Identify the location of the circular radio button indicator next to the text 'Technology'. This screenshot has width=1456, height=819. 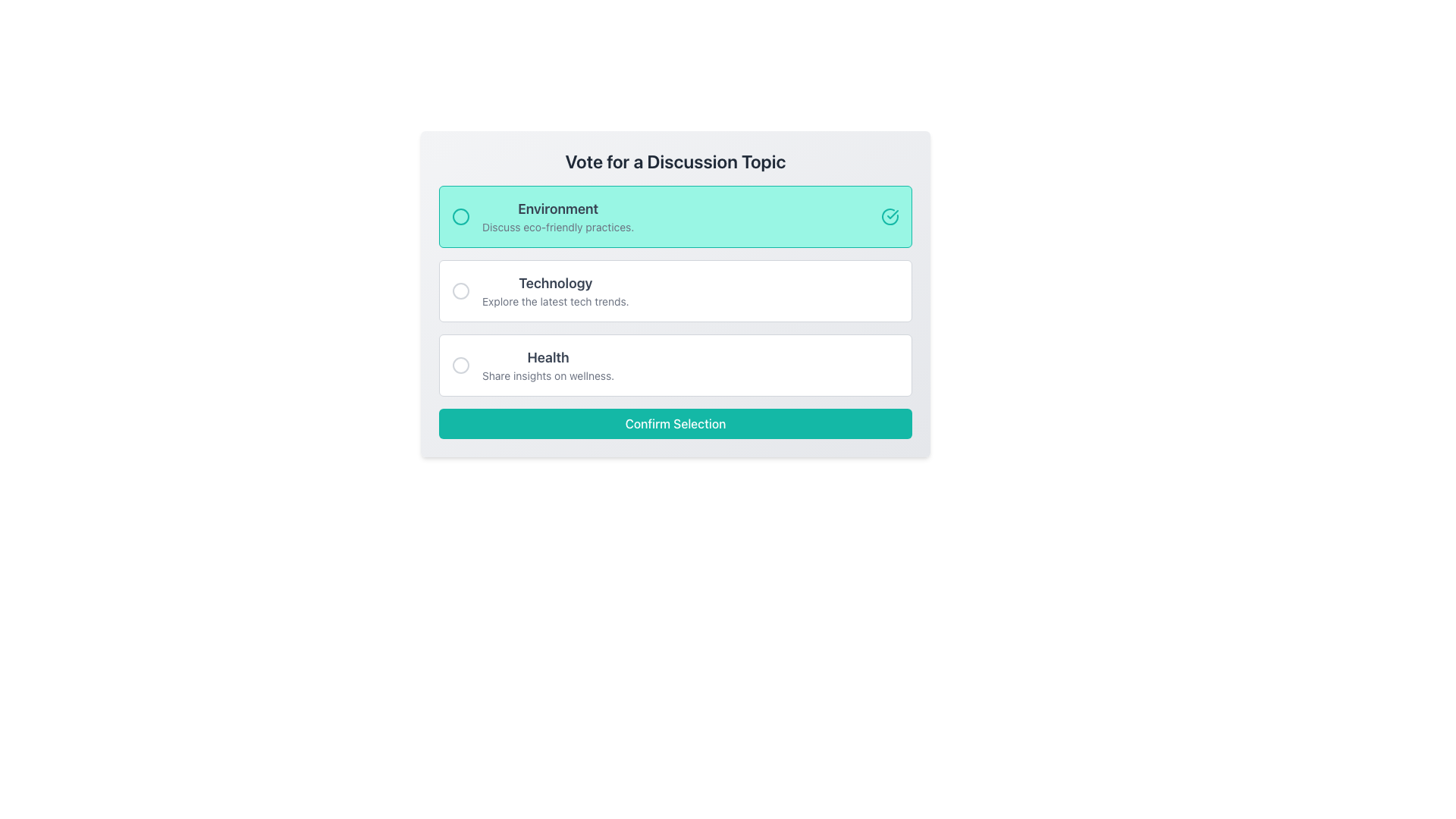
(460, 291).